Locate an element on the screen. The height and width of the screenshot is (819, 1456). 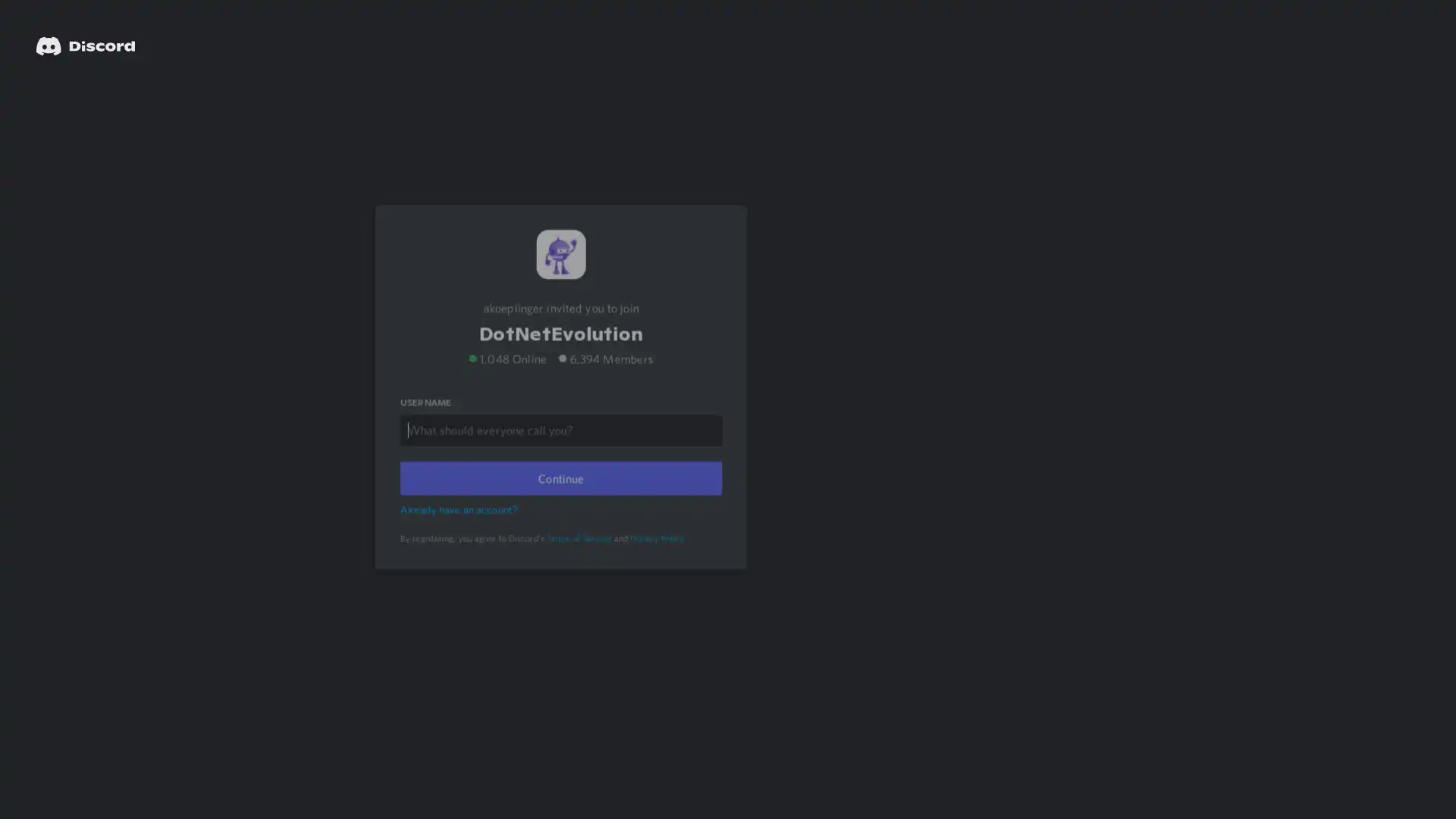
Continue is located at coordinates (560, 497).